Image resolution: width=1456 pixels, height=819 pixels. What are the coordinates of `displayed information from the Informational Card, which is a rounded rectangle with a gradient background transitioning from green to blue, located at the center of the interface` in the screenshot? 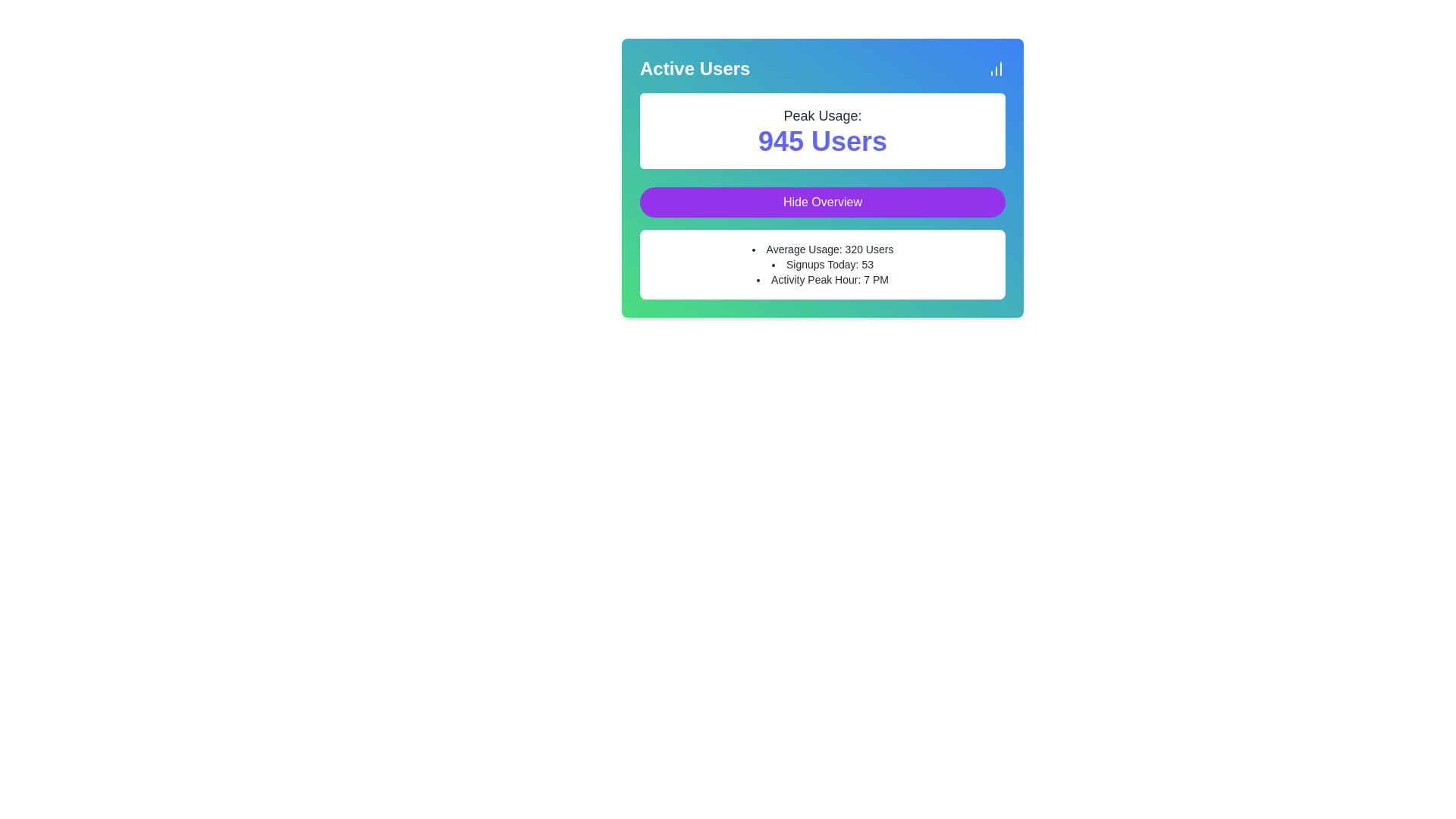 It's located at (821, 177).